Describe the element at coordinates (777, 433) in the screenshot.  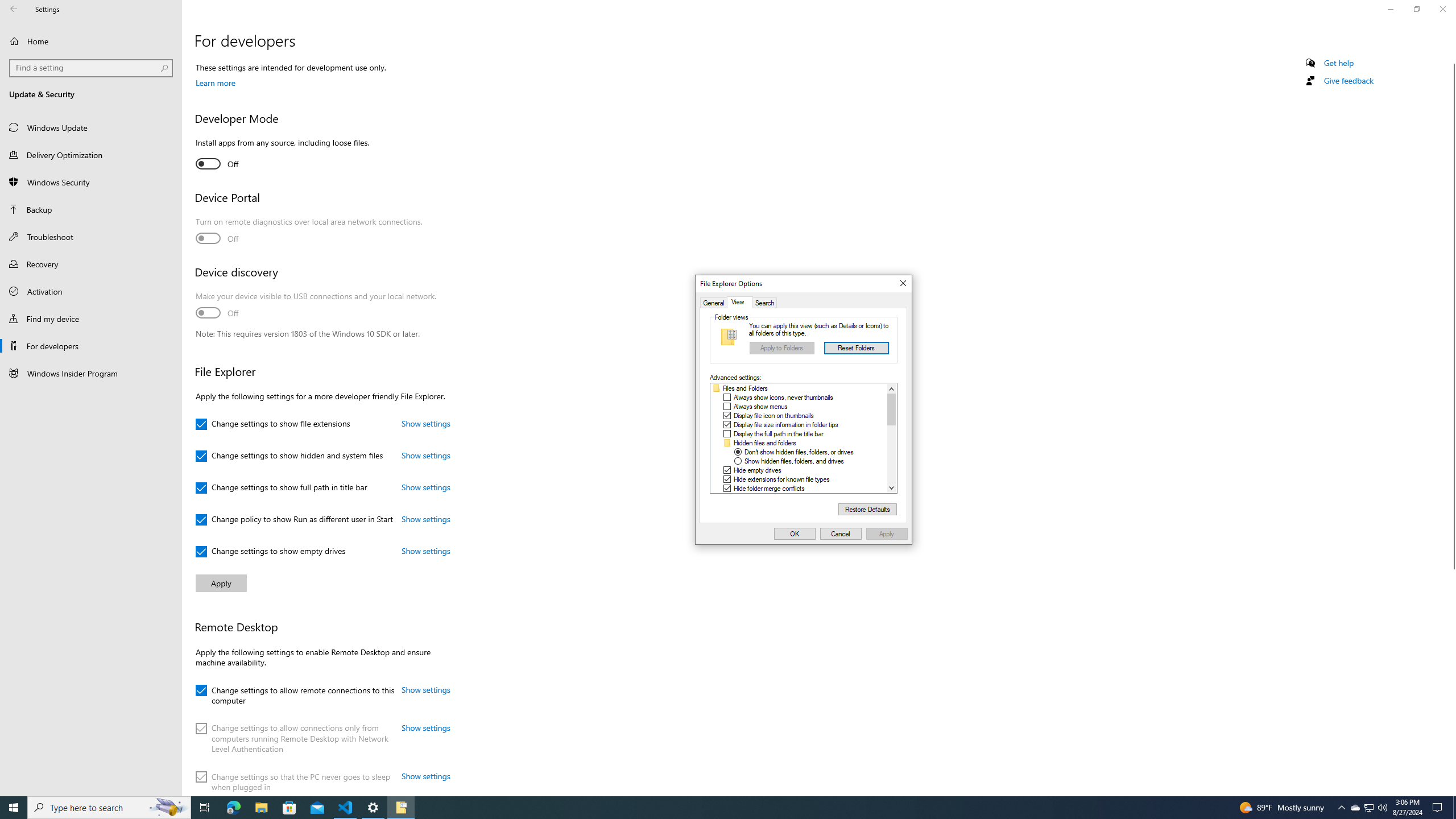
I see `'Display the full path in the title bar'` at that location.